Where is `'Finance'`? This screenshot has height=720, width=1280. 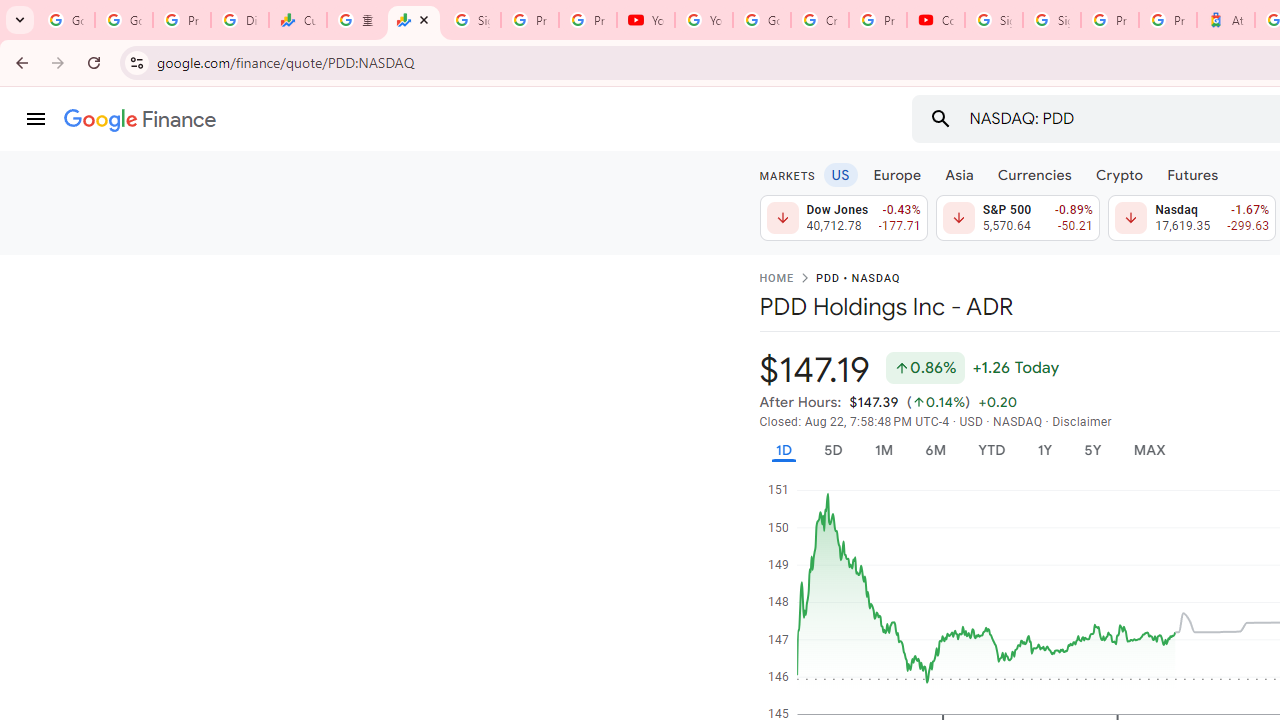
'Finance' is located at coordinates (139, 120).